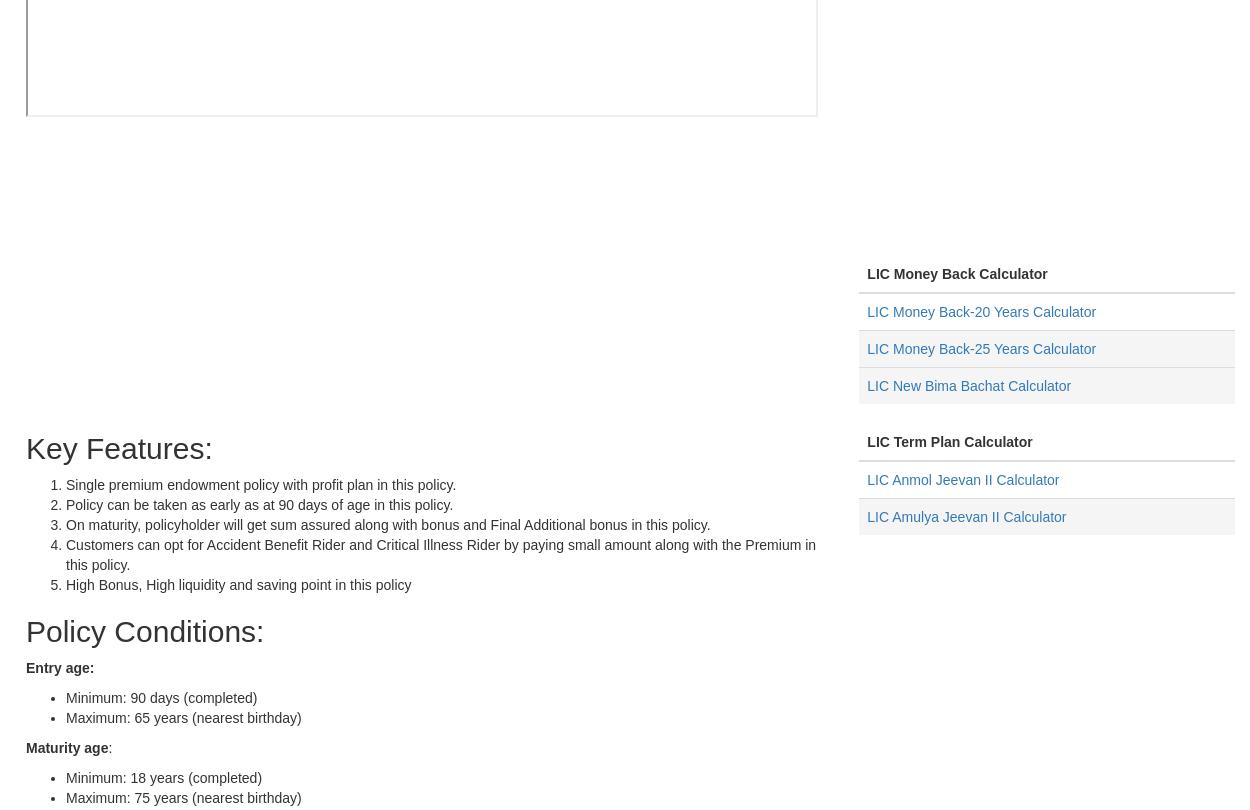 The image size is (1250, 810). I want to click on 'Customers can opt for Accident Benefit Rider and Critical Illness Rider by paying small amount along with the Premium in this policy.', so click(440, 555).